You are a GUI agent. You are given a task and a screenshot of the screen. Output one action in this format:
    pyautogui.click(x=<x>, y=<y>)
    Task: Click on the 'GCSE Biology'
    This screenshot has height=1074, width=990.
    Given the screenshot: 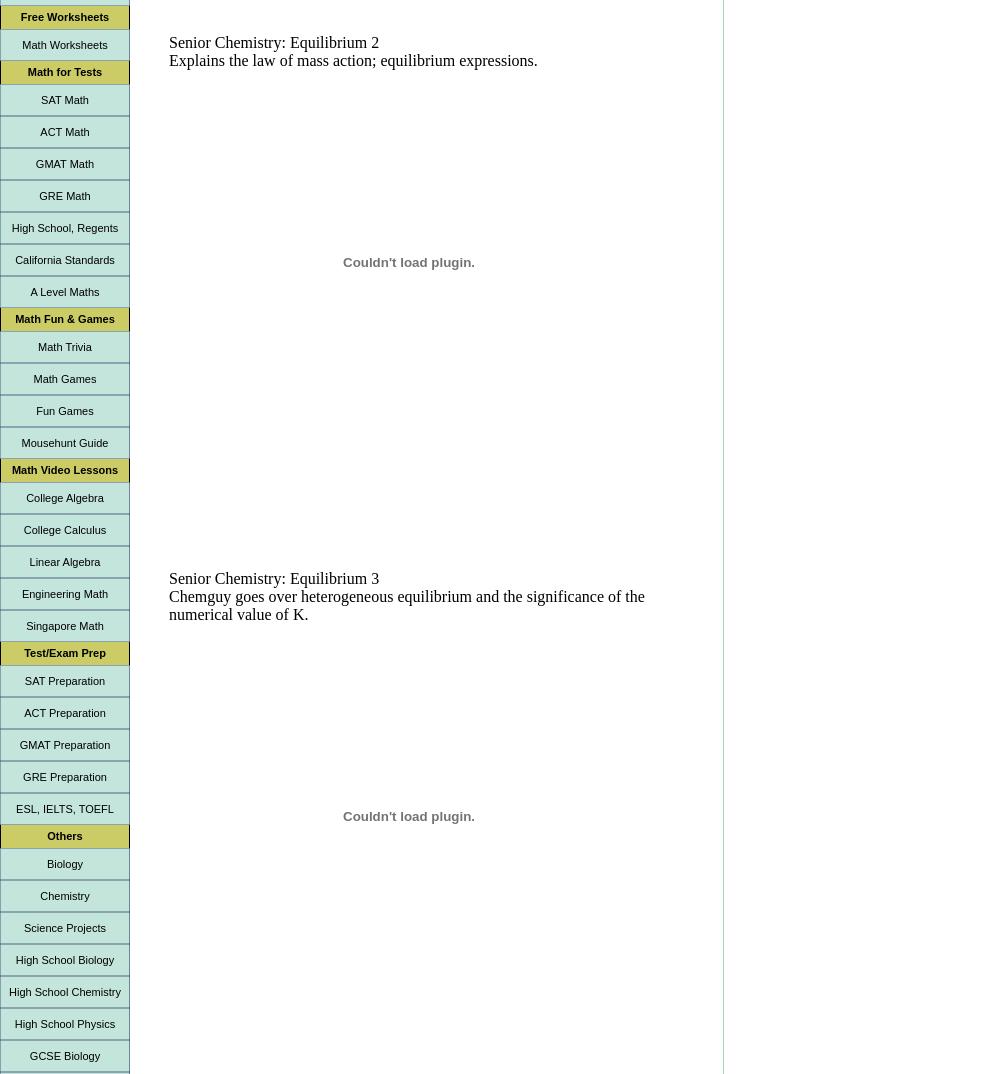 What is the action you would take?
    pyautogui.click(x=64, y=1055)
    